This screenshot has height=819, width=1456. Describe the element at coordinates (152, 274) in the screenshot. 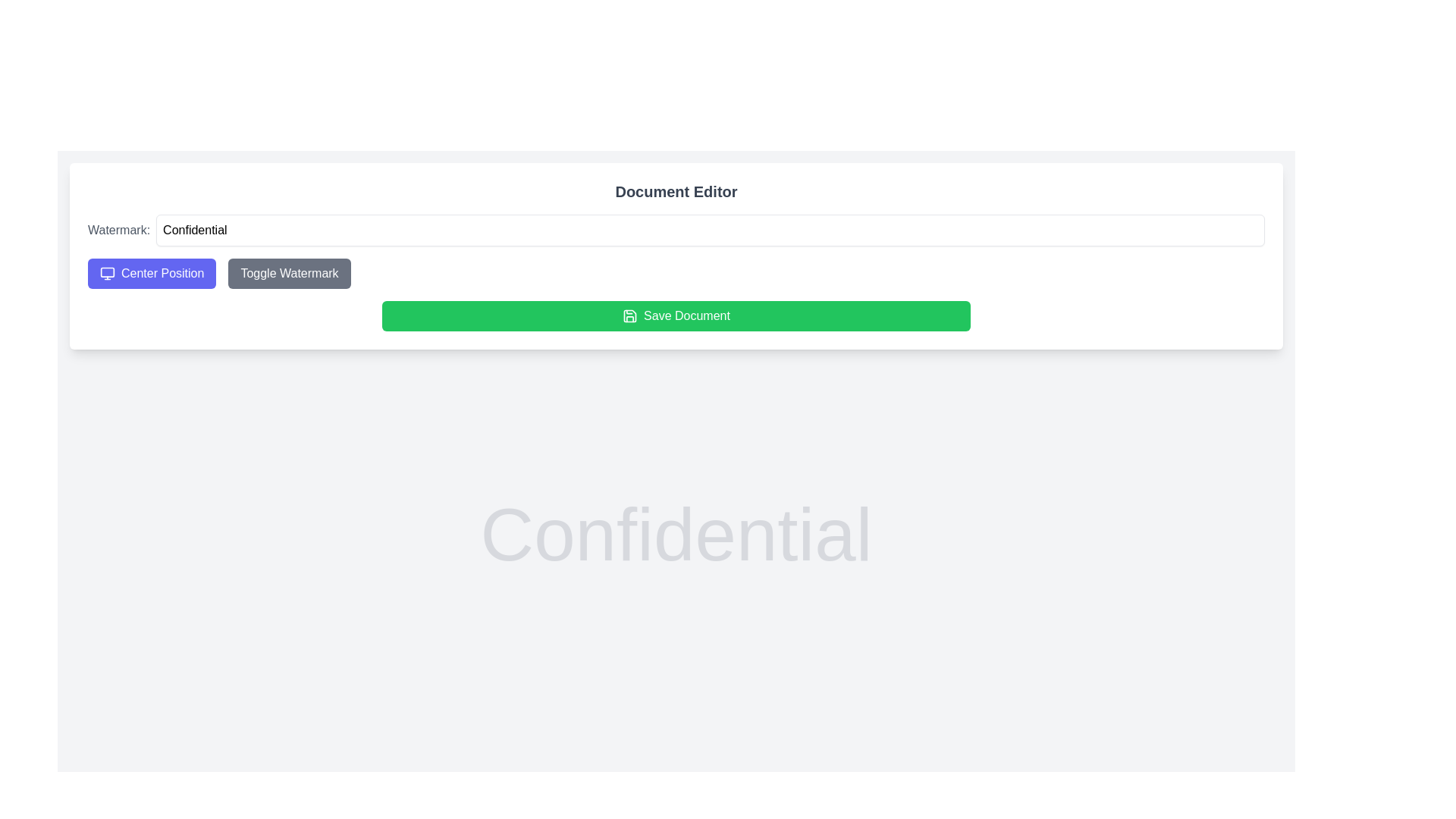

I see `the interactive button located below the watermark label to adjust or center the watermark's position` at that location.